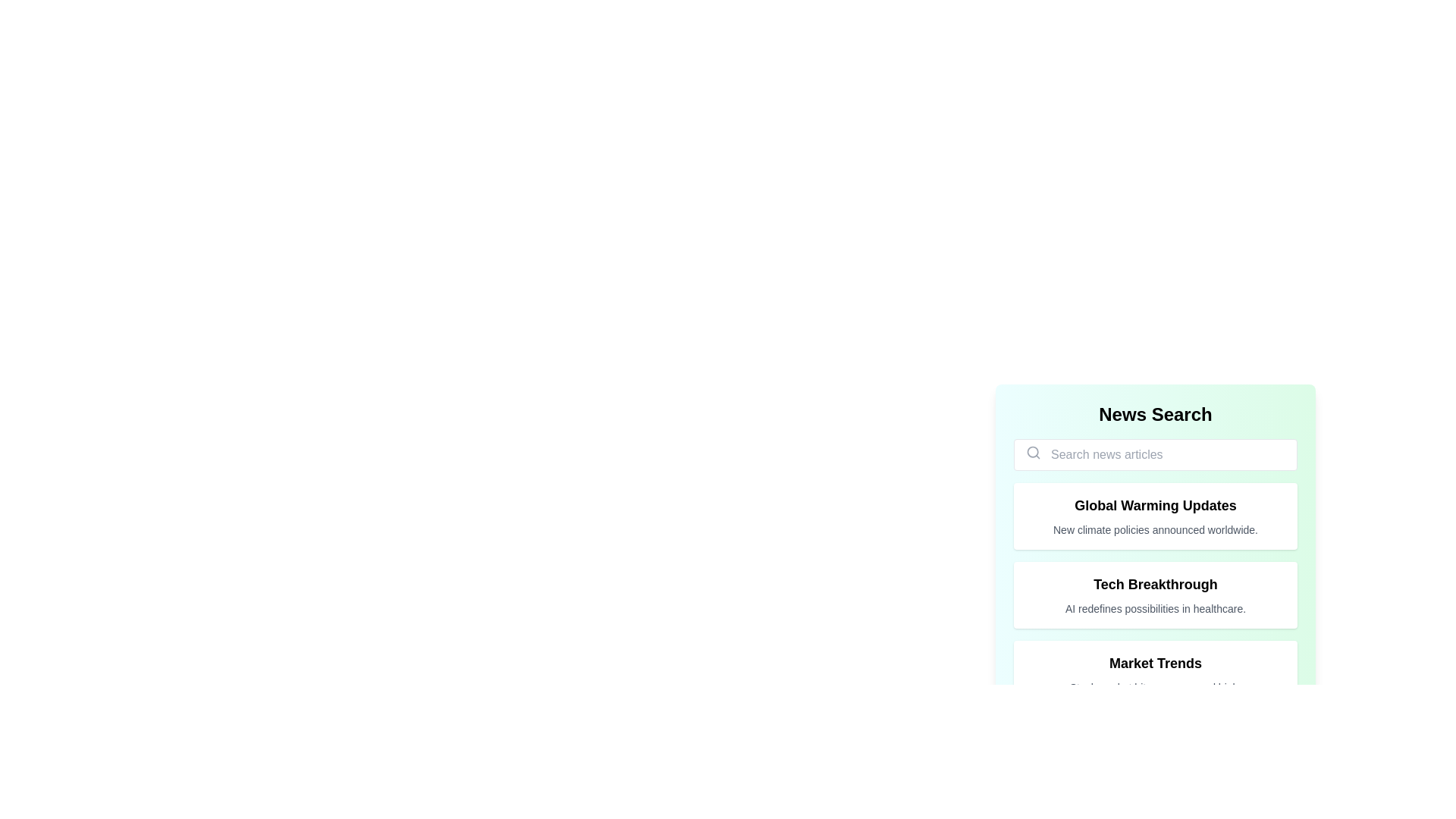 This screenshot has height=819, width=1456. Describe the element at coordinates (1032, 451) in the screenshot. I see `the circular magnifying glass icon located inside the search box labeled 'News Search'` at that location.